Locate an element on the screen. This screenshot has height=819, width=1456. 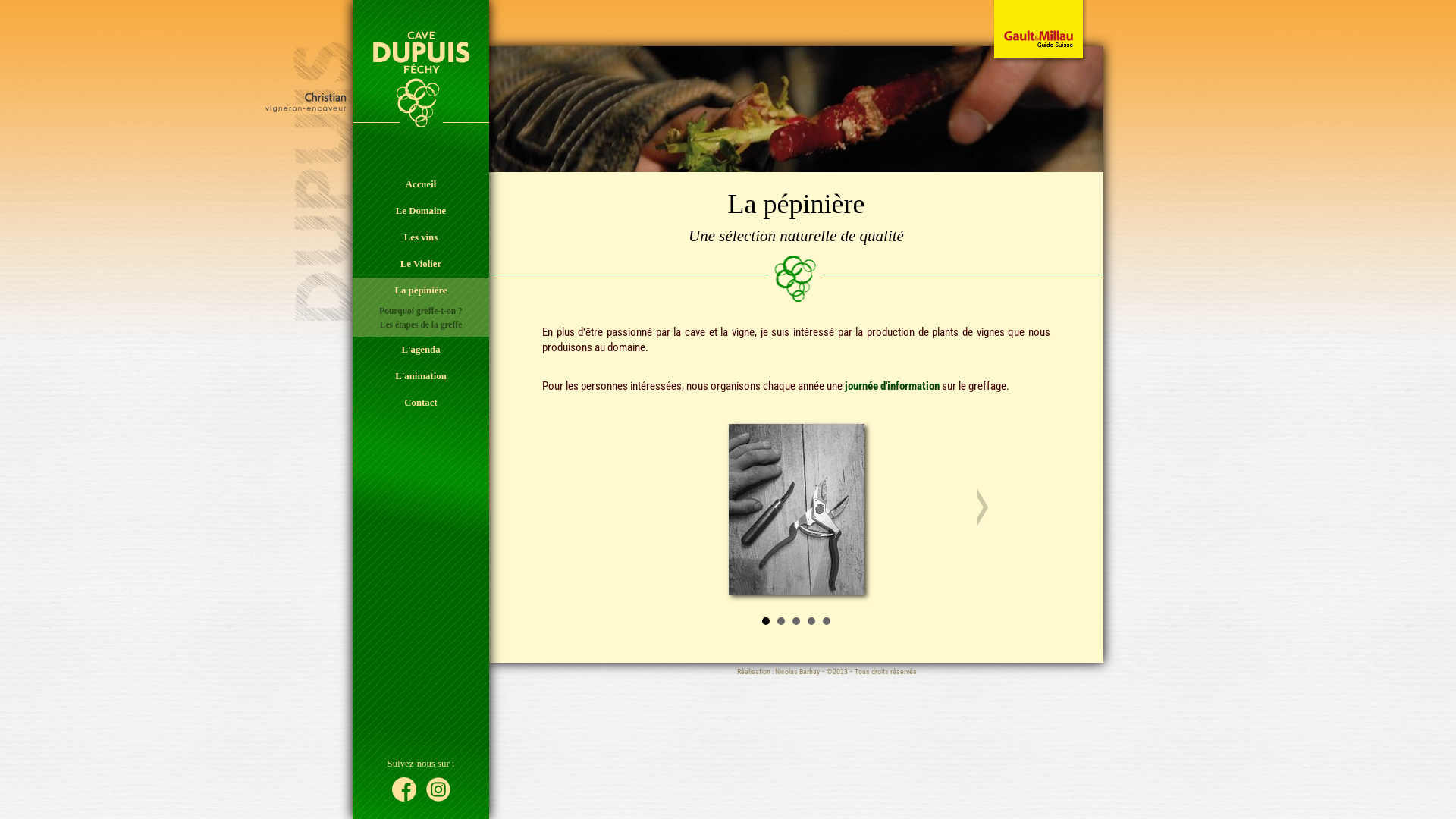
'L'agenda' is located at coordinates (421, 350).